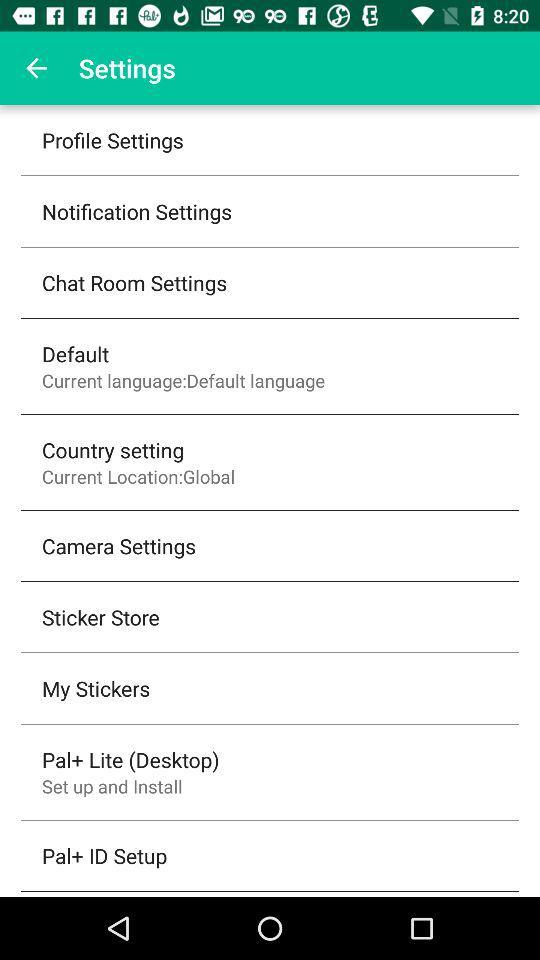 The height and width of the screenshot is (960, 540). Describe the element at coordinates (134, 281) in the screenshot. I see `item above default icon` at that location.